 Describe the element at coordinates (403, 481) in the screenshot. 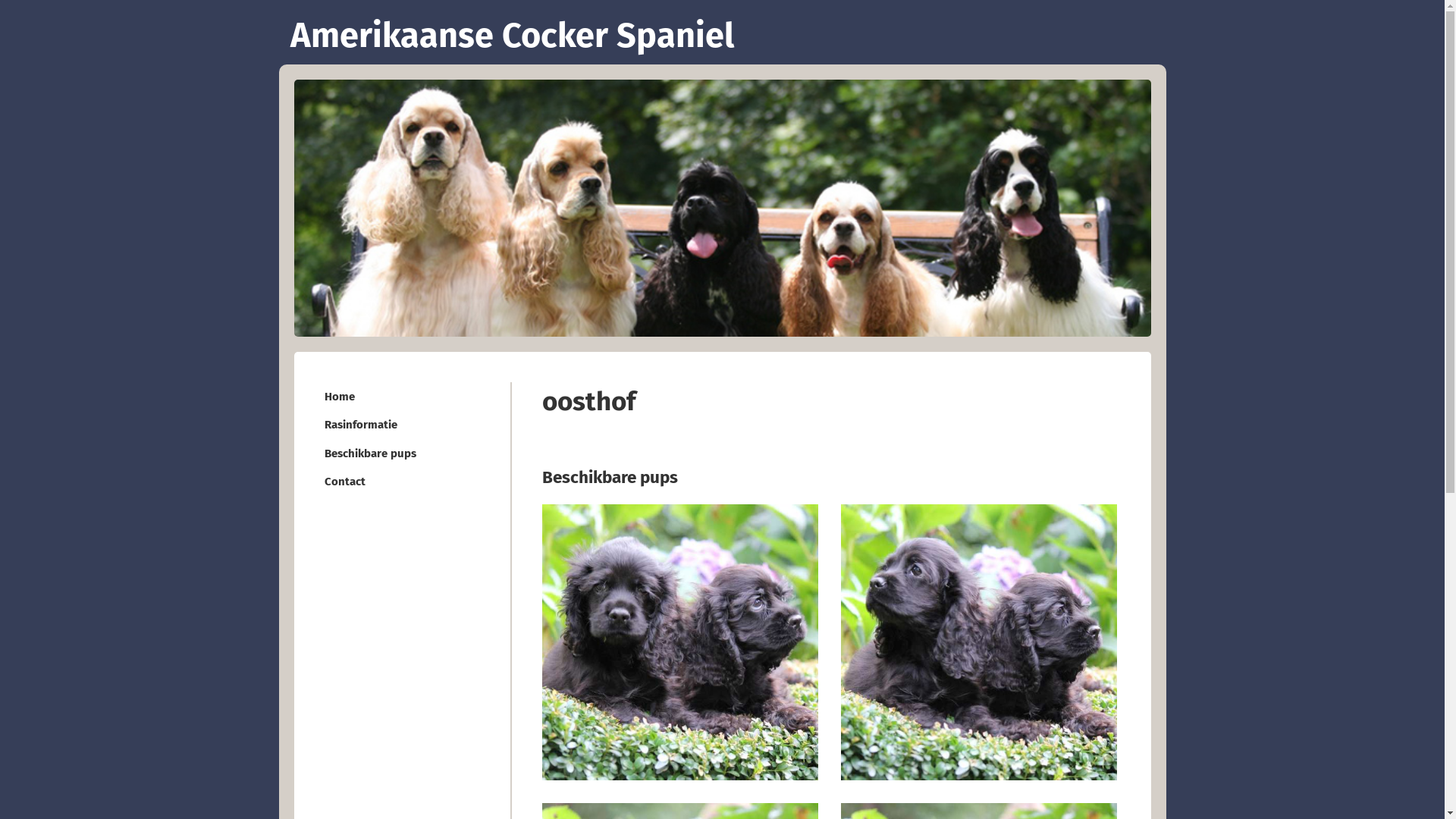

I see `'Contact'` at that location.